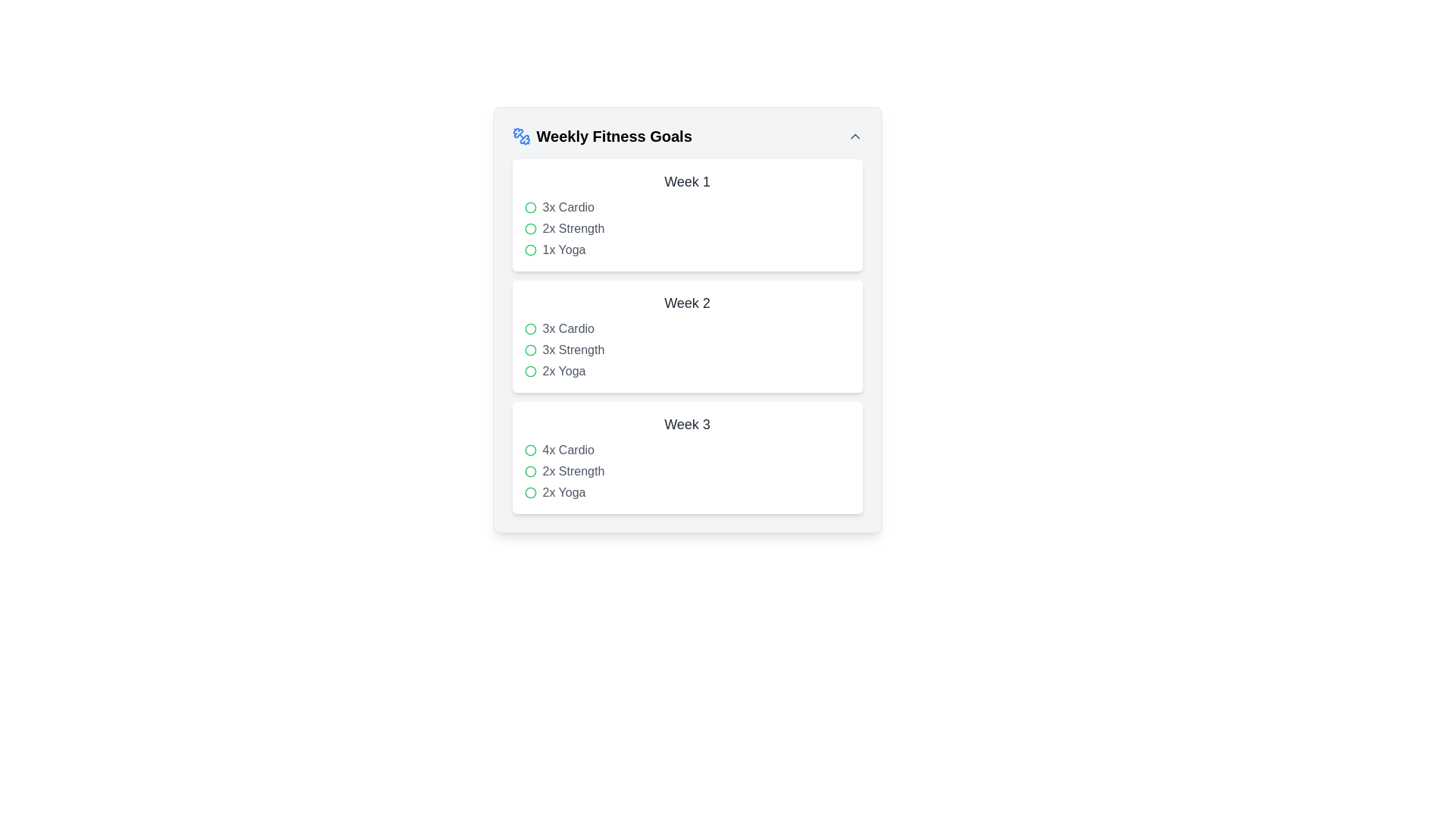 Image resolution: width=1456 pixels, height=819 pixels. I want to click on the 'Week 3' title header text element, which identifies the content related to Week 3 of a fitness program, so click(686, 424).